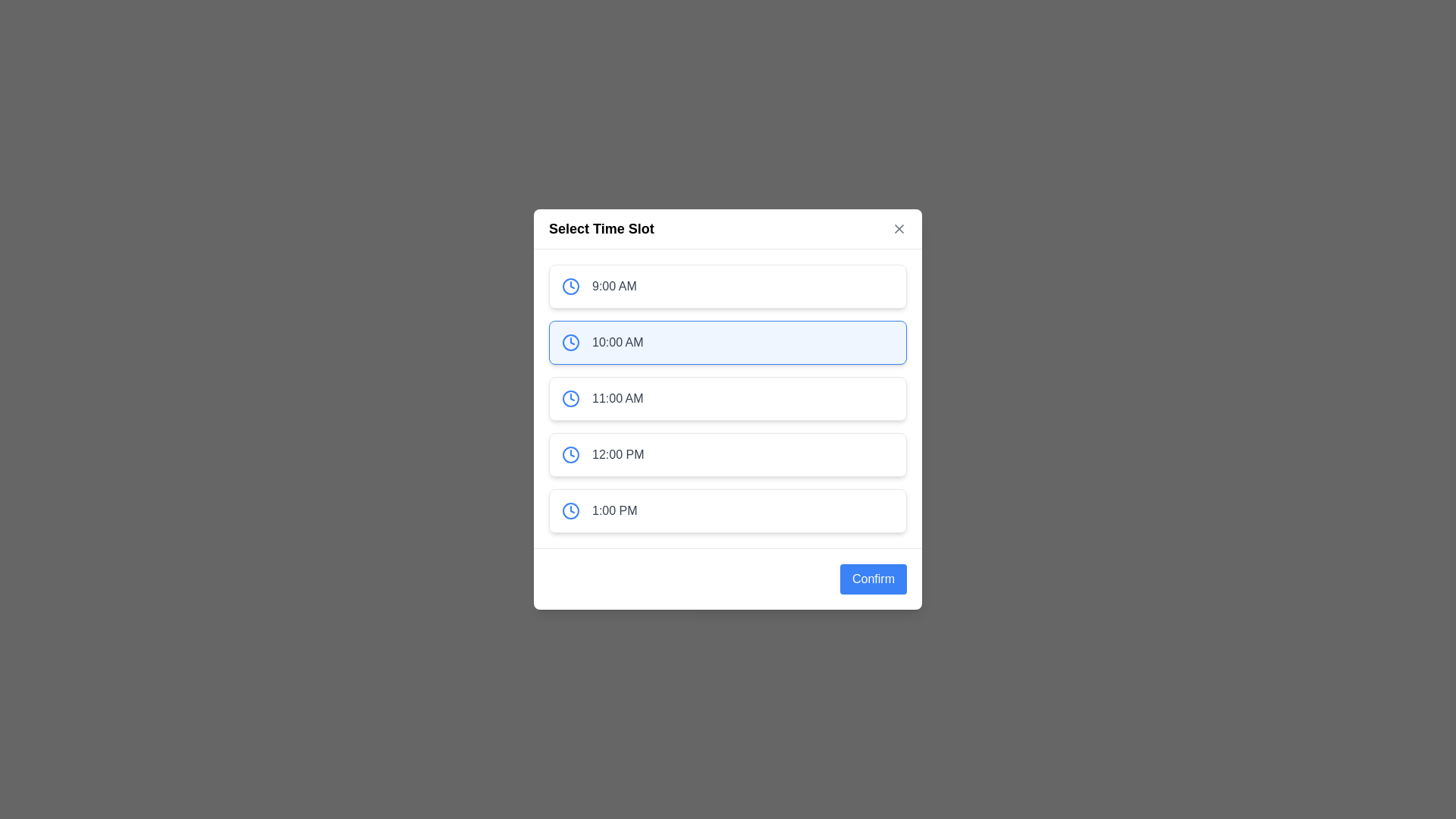 Image resolution: width=1456 pixels, height=819 pixels. Describe the element at coordinates (728, 511) in the screenshot. I see `the time slot labeled 1:00 PM to select it` at that location.